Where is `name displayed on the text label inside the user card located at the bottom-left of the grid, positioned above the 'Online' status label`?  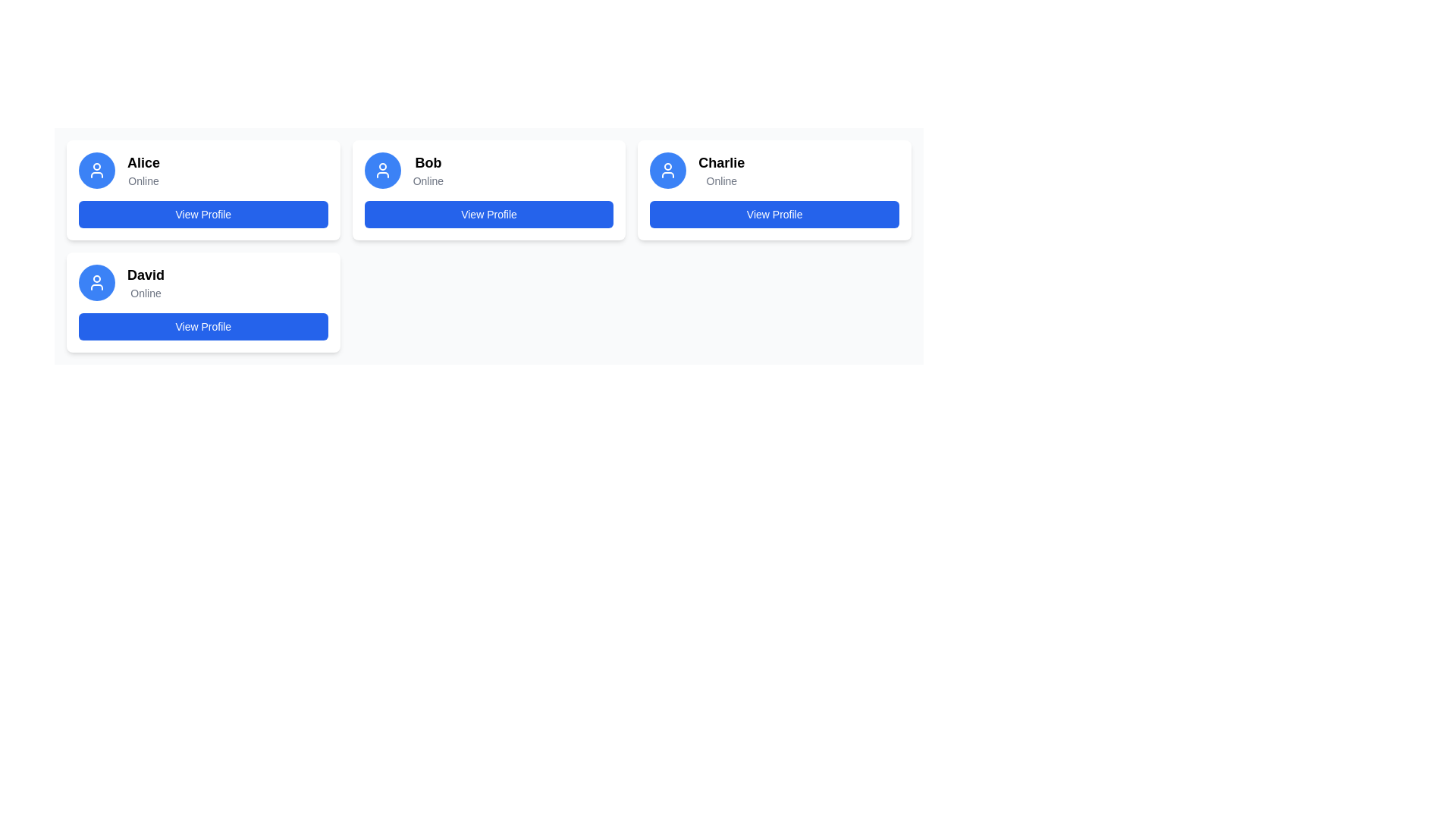
name displayed on the text label inside the user card located at the bottom-left of the grid, positioned above the 'Online' status label is located at coordinates (146, 275).